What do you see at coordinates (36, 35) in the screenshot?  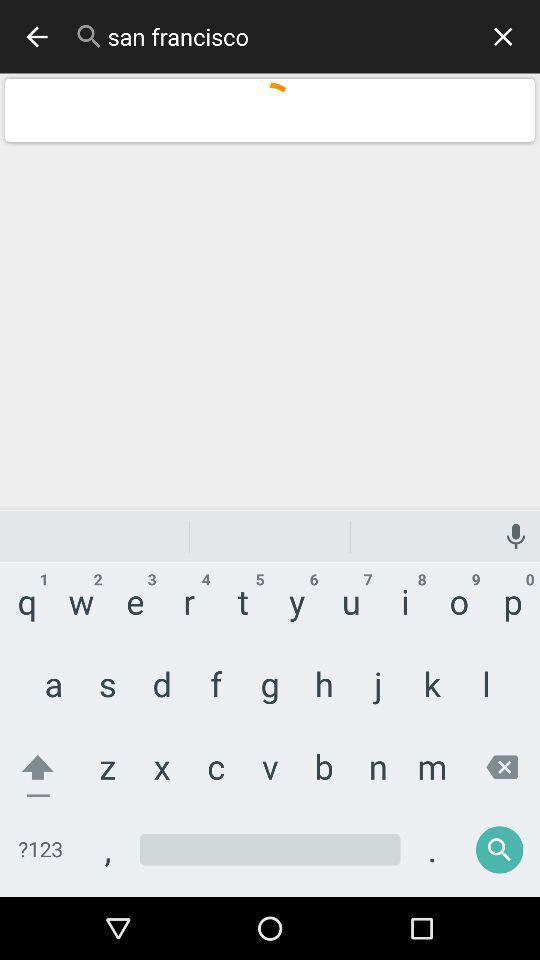 I see `the arrow_backward icon` at bounding box center [36, 35].